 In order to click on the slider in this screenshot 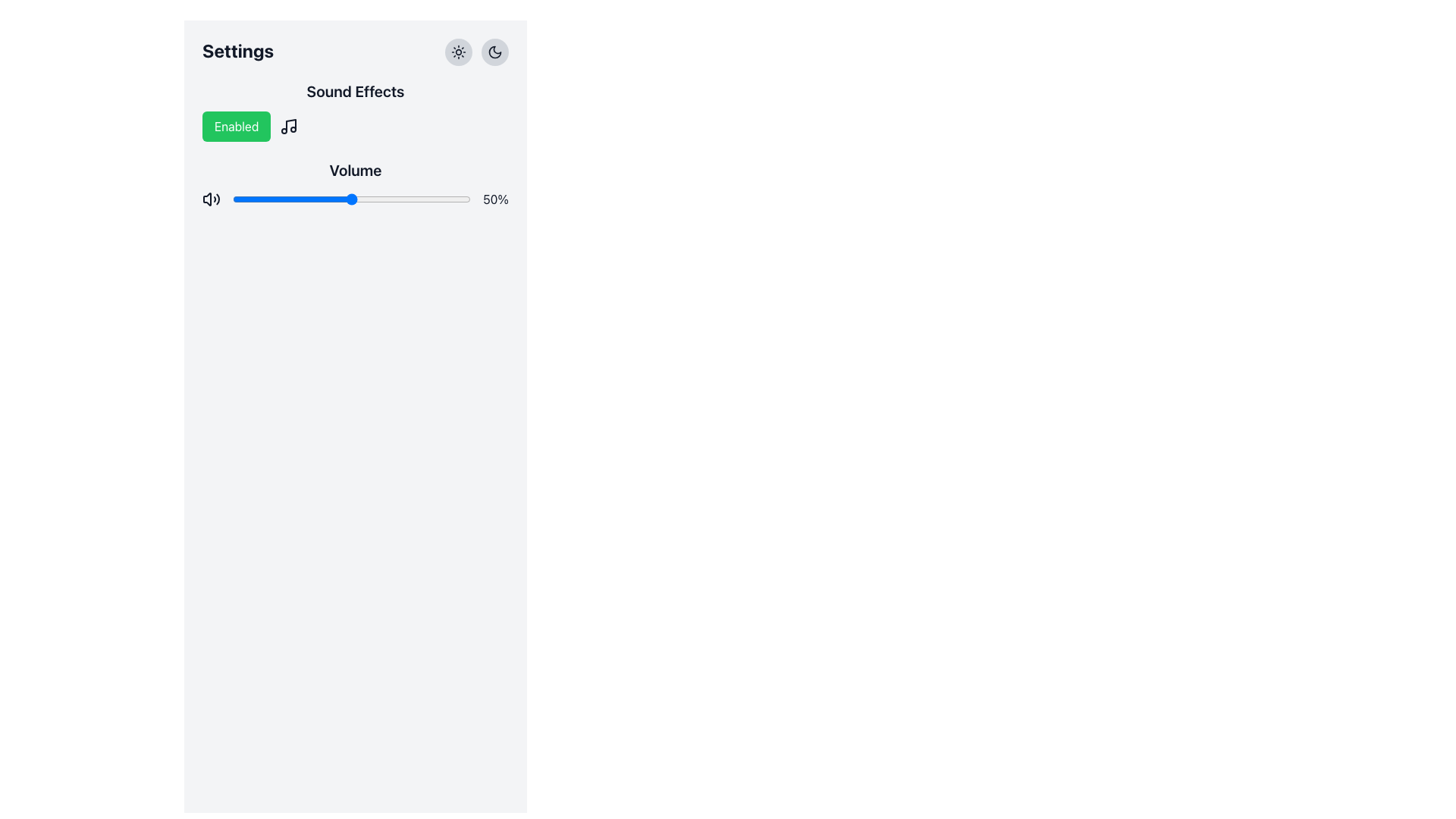, I will do `click(425, 198)`.